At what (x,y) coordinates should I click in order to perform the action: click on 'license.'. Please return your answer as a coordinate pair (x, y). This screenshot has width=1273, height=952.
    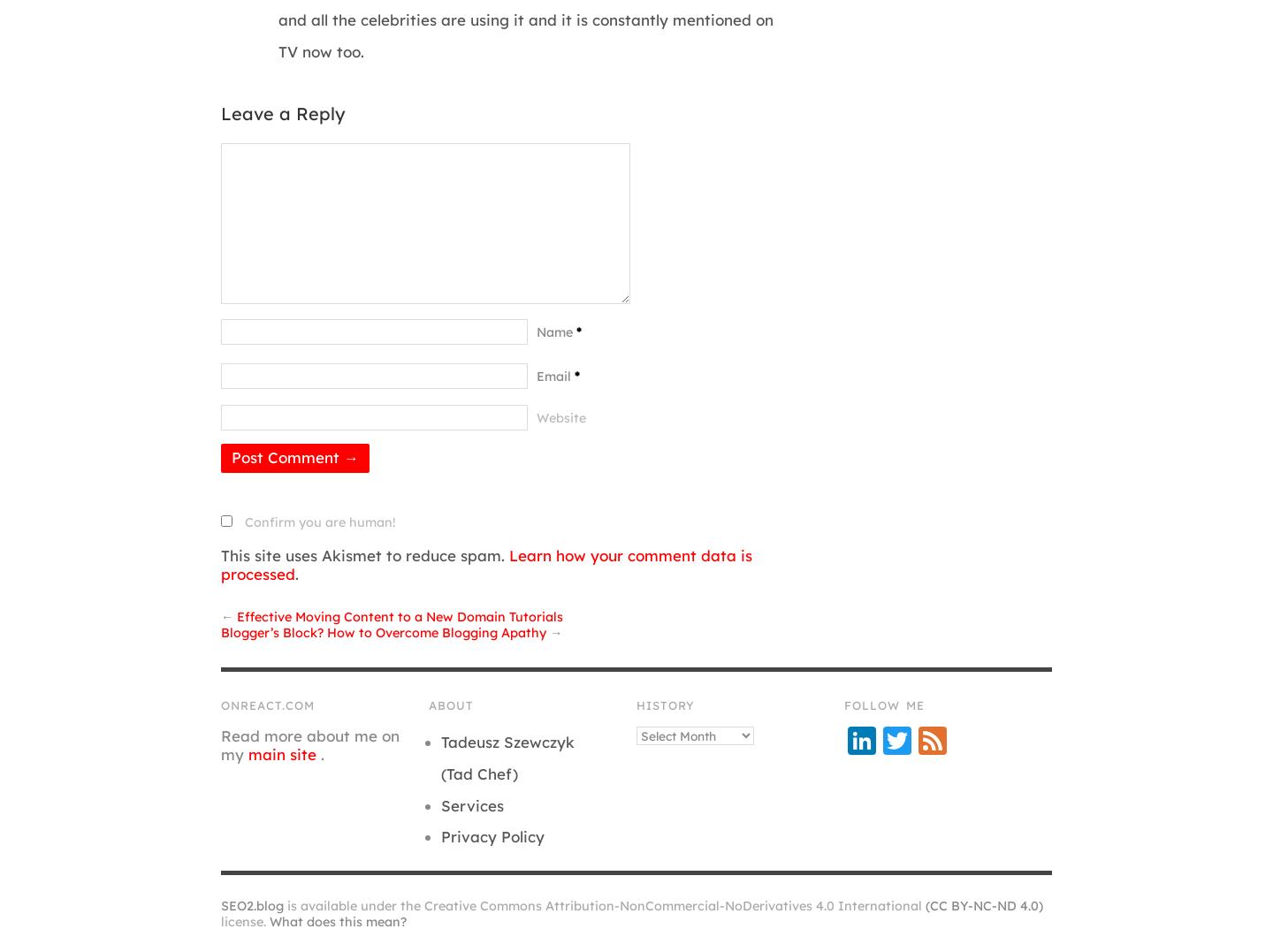
    Looking at the image, I should click on (244, 920).